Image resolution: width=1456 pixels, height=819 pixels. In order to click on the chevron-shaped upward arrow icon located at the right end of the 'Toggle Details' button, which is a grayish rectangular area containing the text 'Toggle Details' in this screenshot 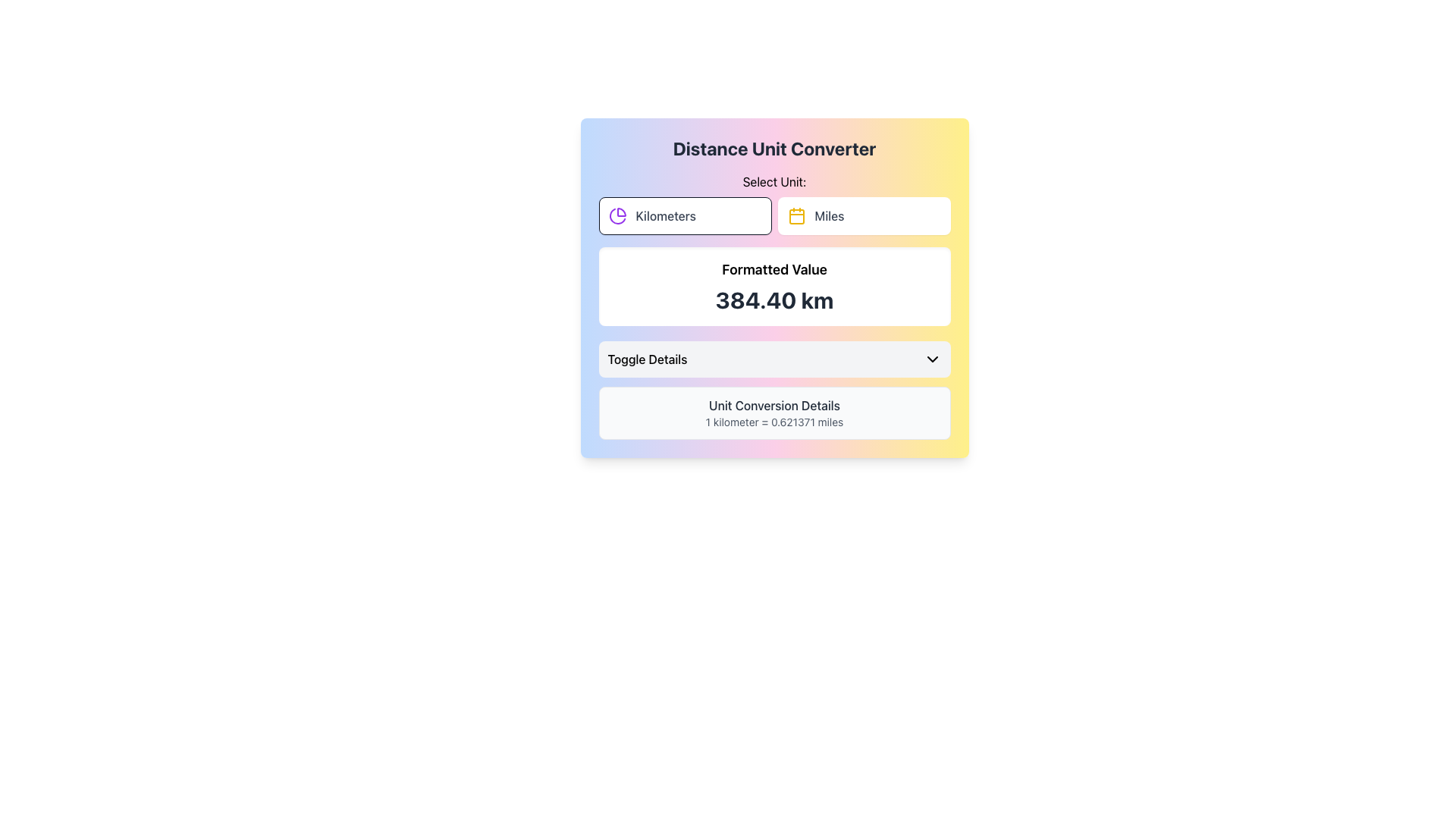, I will do `click(931, 359)`.